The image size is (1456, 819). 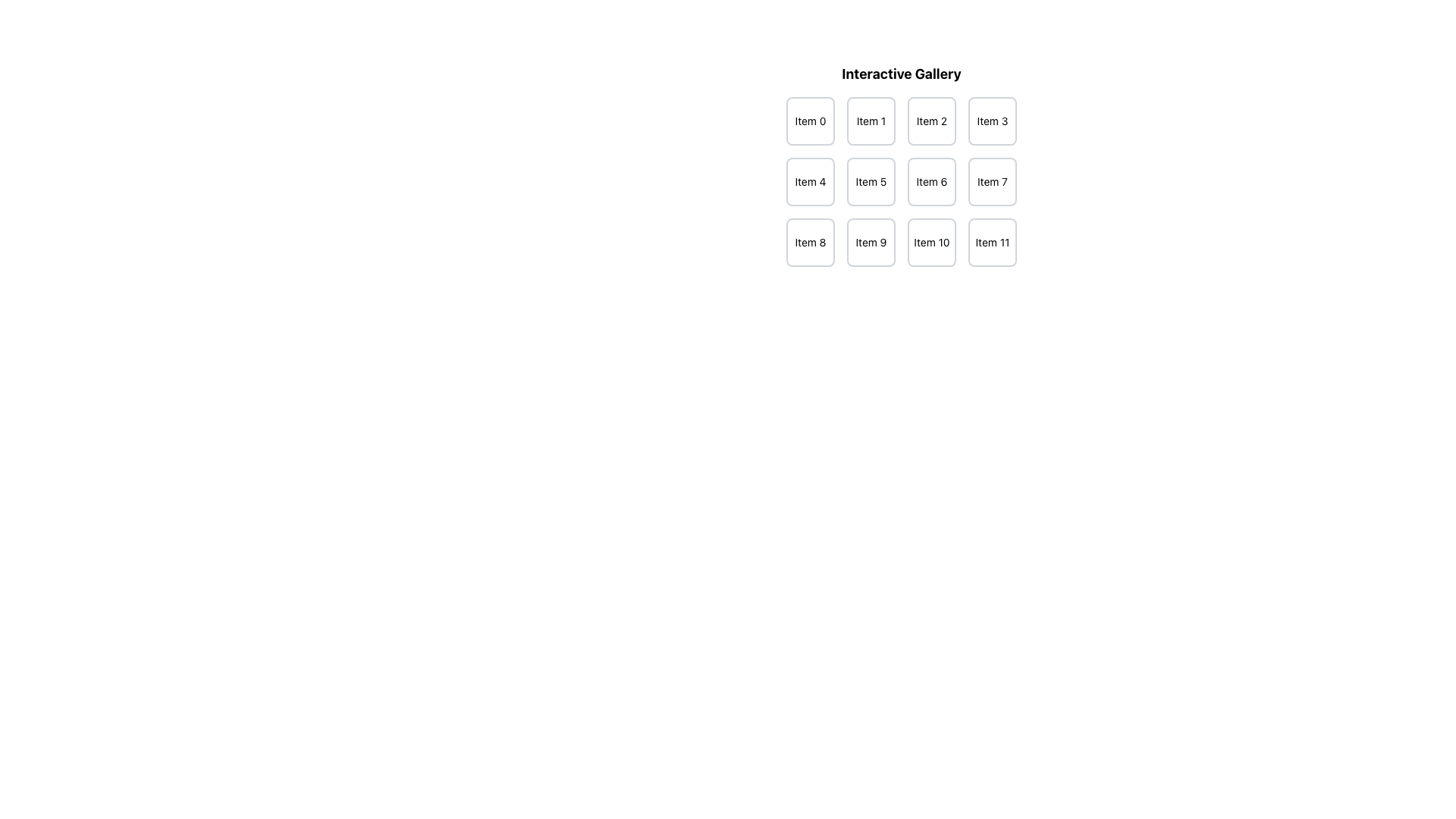 What do you see at coordinates (810, 120) in the screenshot?
I see `the button labeled 'Item 0' which is the first item in a grid of 12 cells, located at the top-left corner with a square shape and rounded corners` at bounding box center [810, 120].